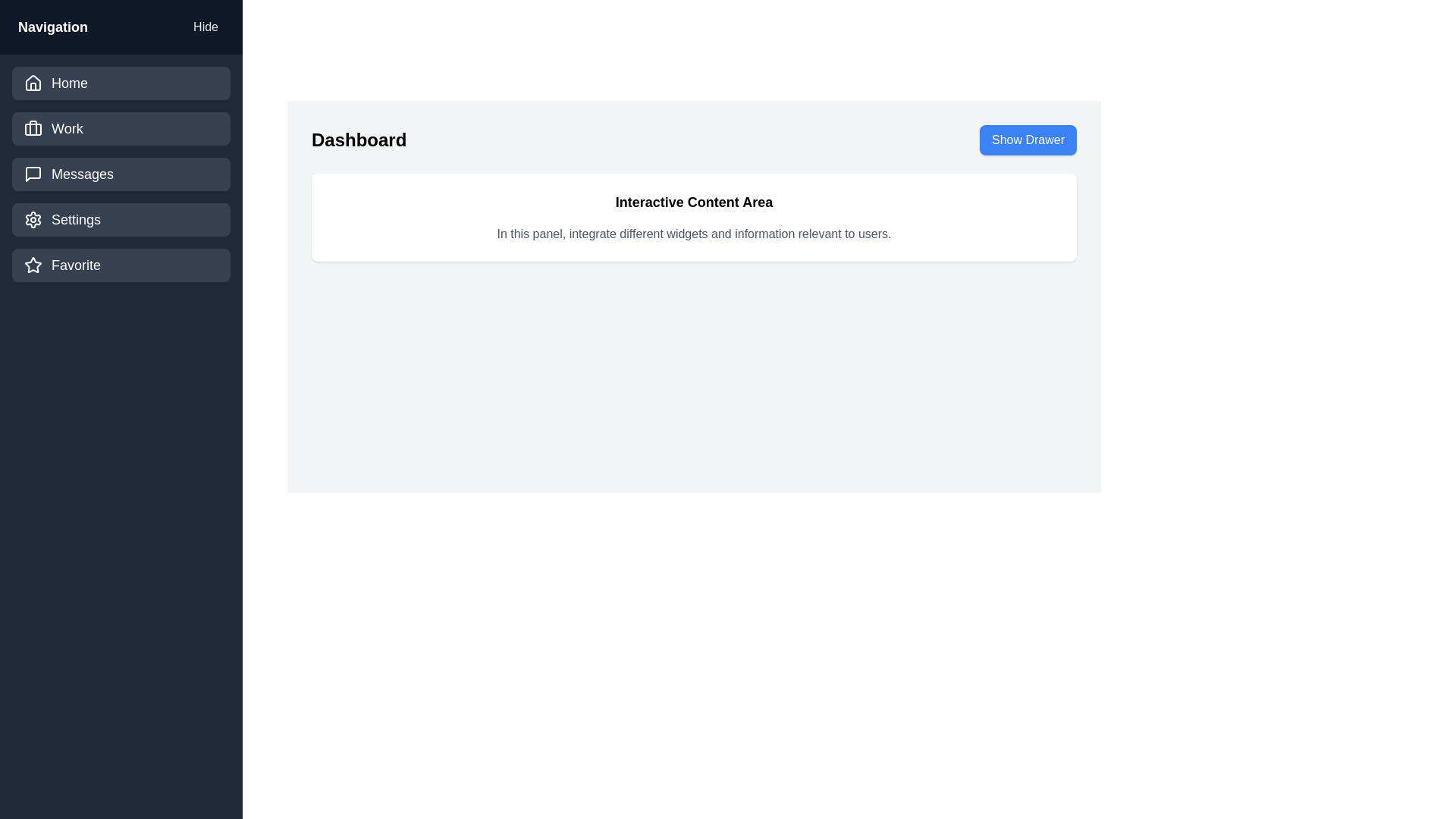 The image size is (1456, 819). What do you see at coordinates (205, 27) in the screenshot?
I see `'Hide' button to toggle the visibility of the drawer` at bounding box center [205, 27].